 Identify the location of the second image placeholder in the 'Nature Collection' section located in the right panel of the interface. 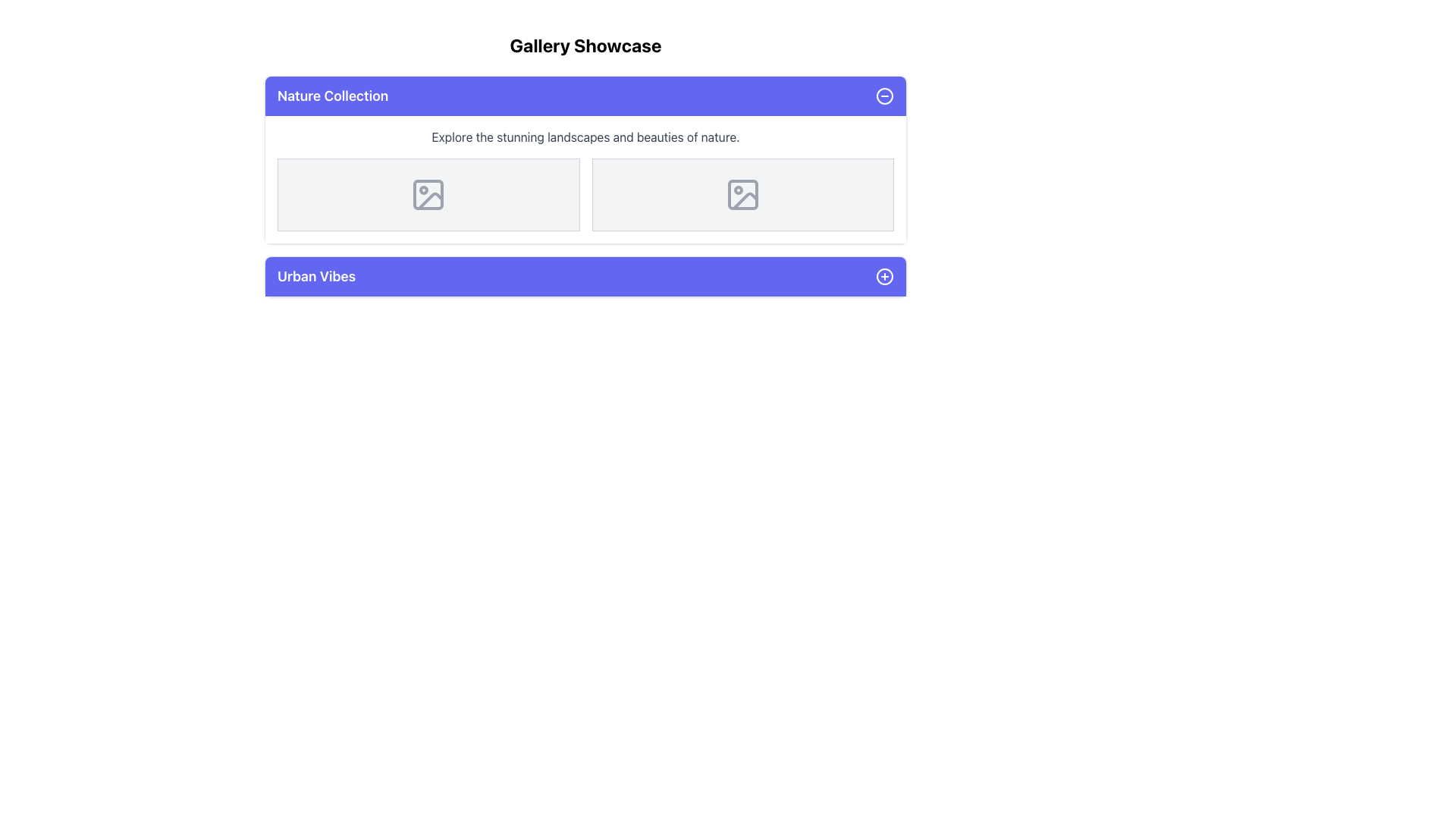
(742, 194).